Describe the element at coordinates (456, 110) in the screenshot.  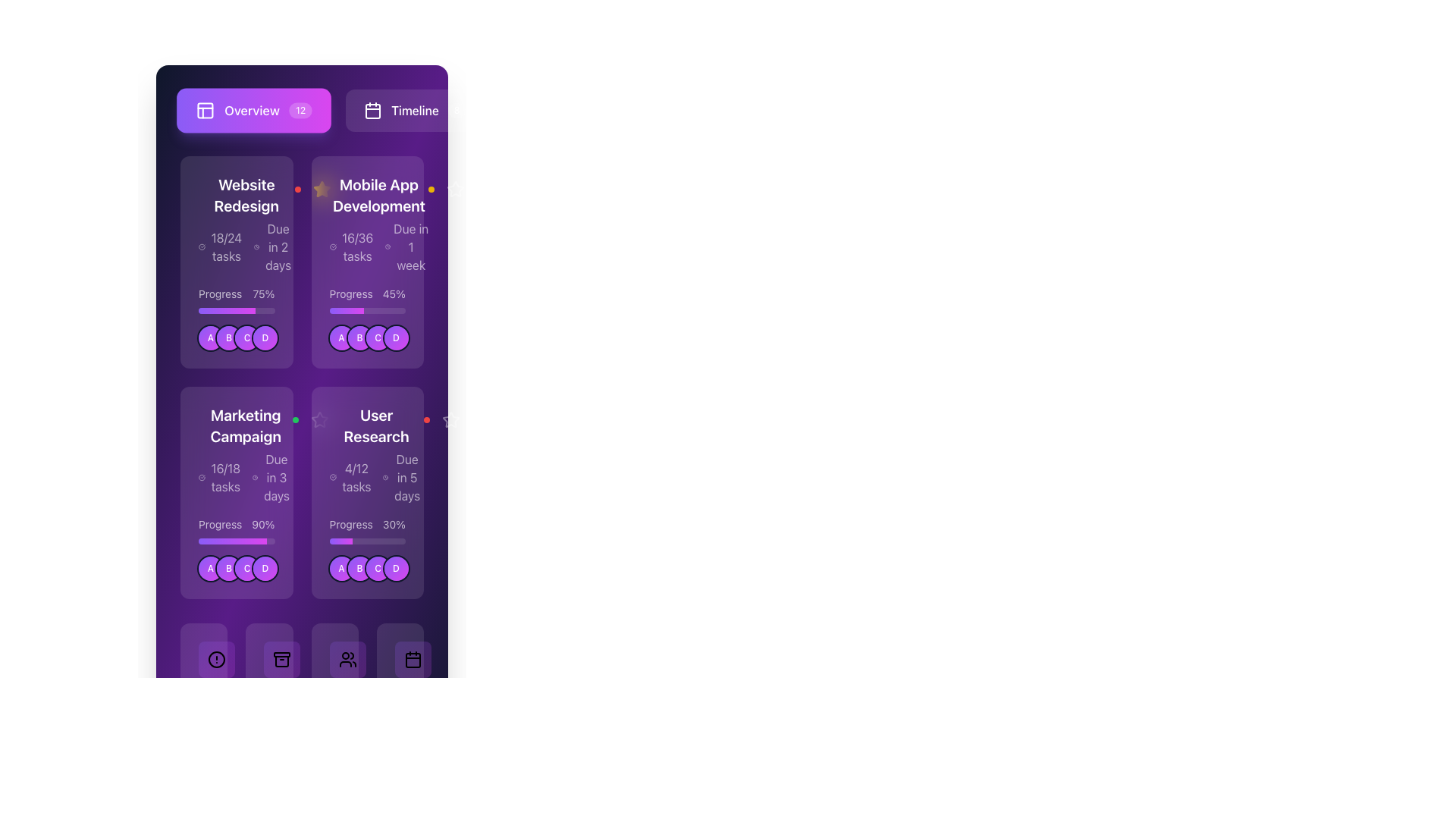
I see `the displayed information in the small badge component showing the number '8' in white text, located in the rightmost section of the top navigation bar, immediately to the right of the 'Timeline' label` at that location.